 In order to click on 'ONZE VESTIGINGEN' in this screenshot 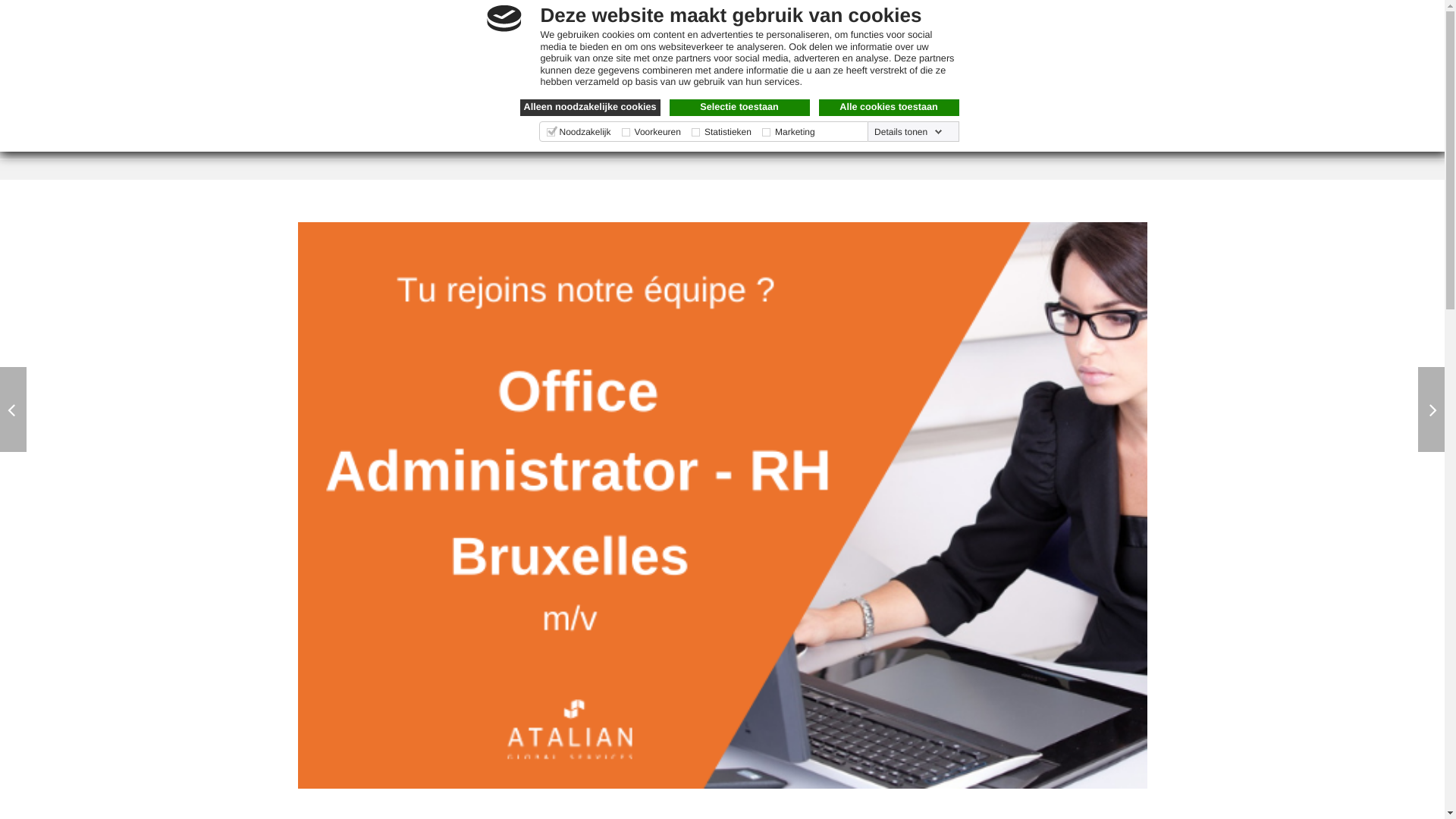, I will do `click(825, 112)`.